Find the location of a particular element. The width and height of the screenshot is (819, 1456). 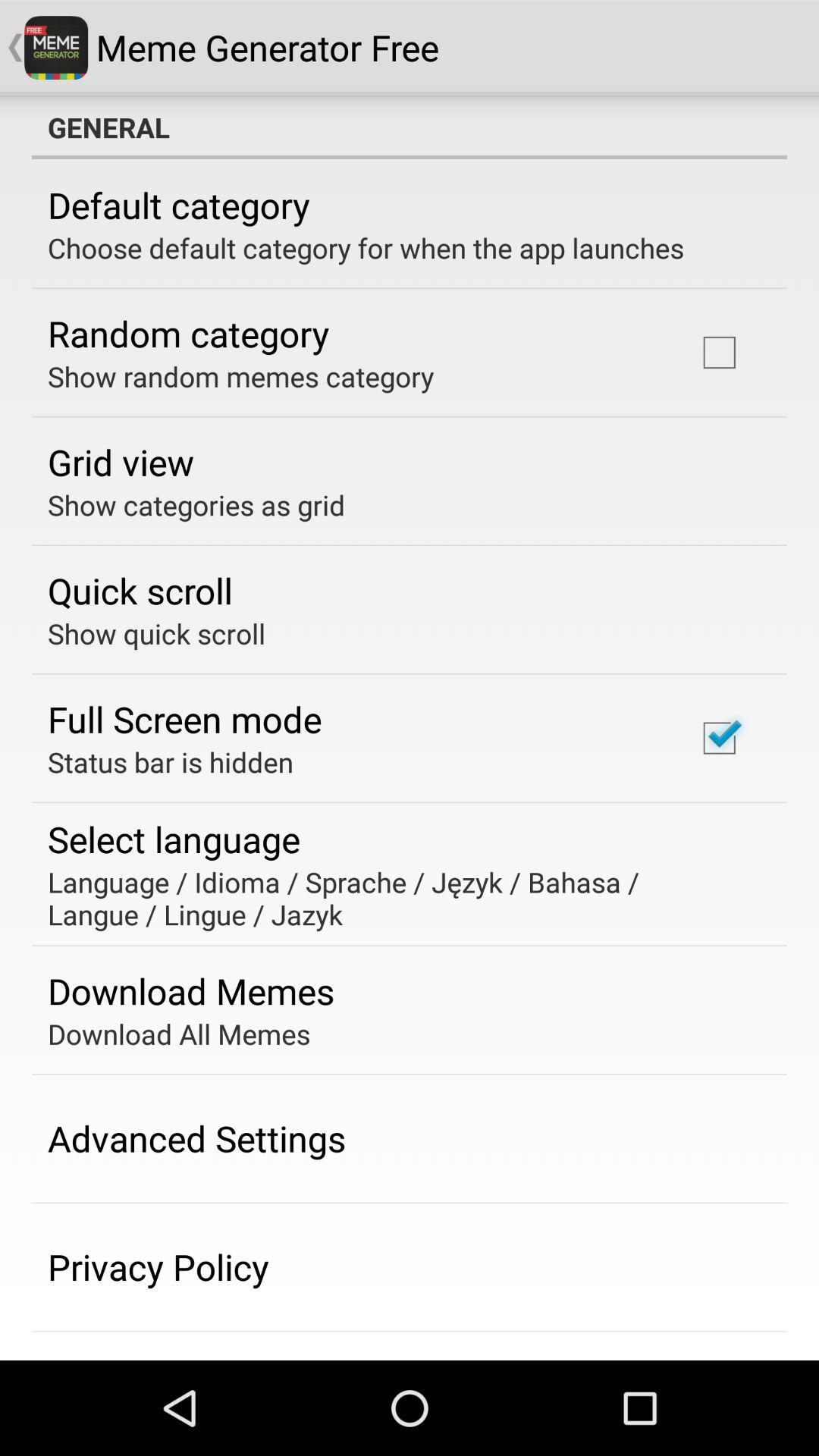

the privacy policy is located at coordinates (158, 1266).